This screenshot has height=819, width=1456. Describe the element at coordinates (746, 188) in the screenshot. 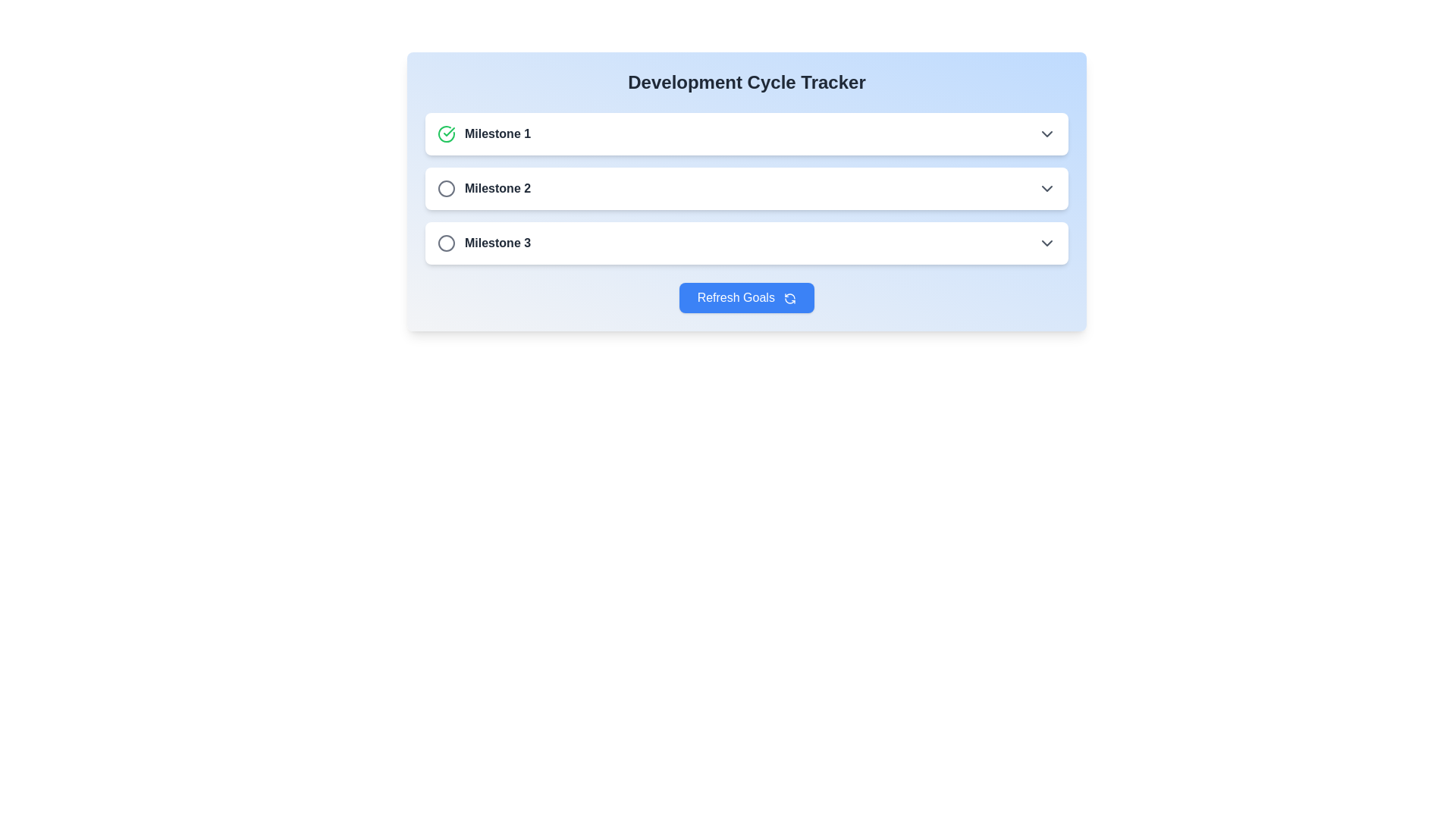

I see `the second milestone` at that location.